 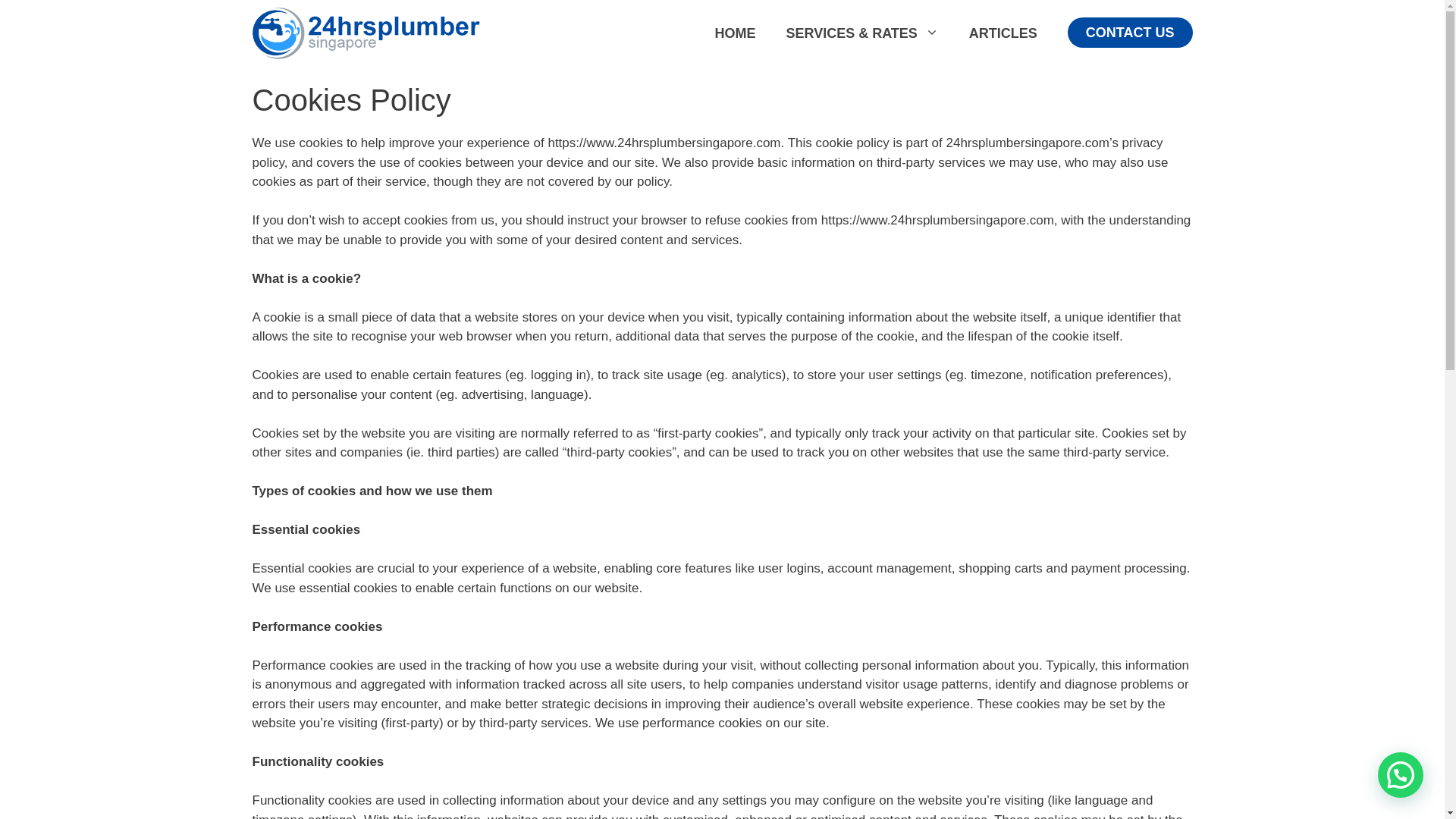 What do you see at coordinates (365, 32) in the screenshot?
I see `'Experienced Plumber Services'` at bounding box center [365, 32].